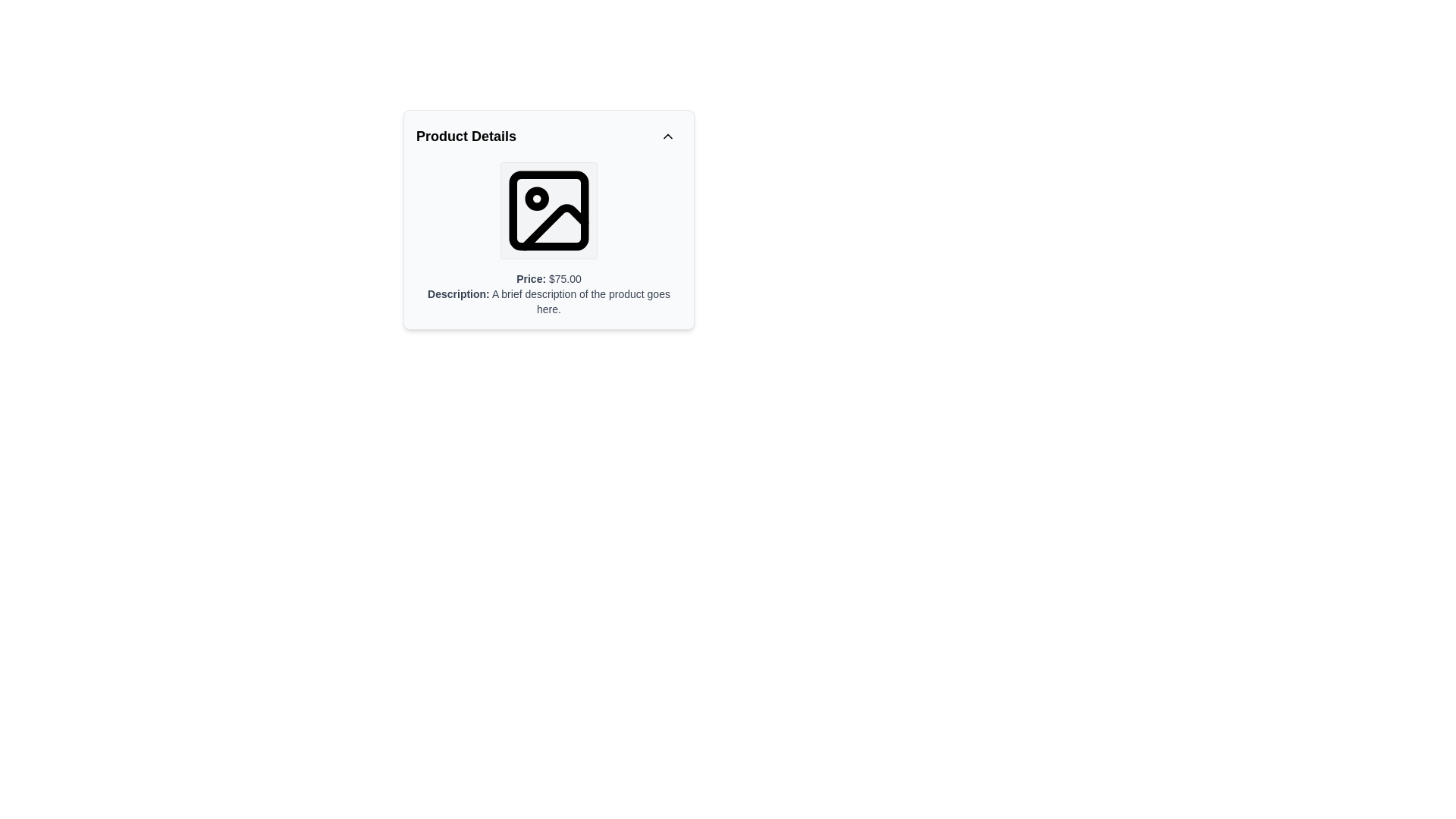 The image size is (1456, 819). I want to click on the Icon component, which is a square with rounded corners located in the top-left corner of an image representing a magnifying glass, within the 'Product Details' card, so click(548, 210).